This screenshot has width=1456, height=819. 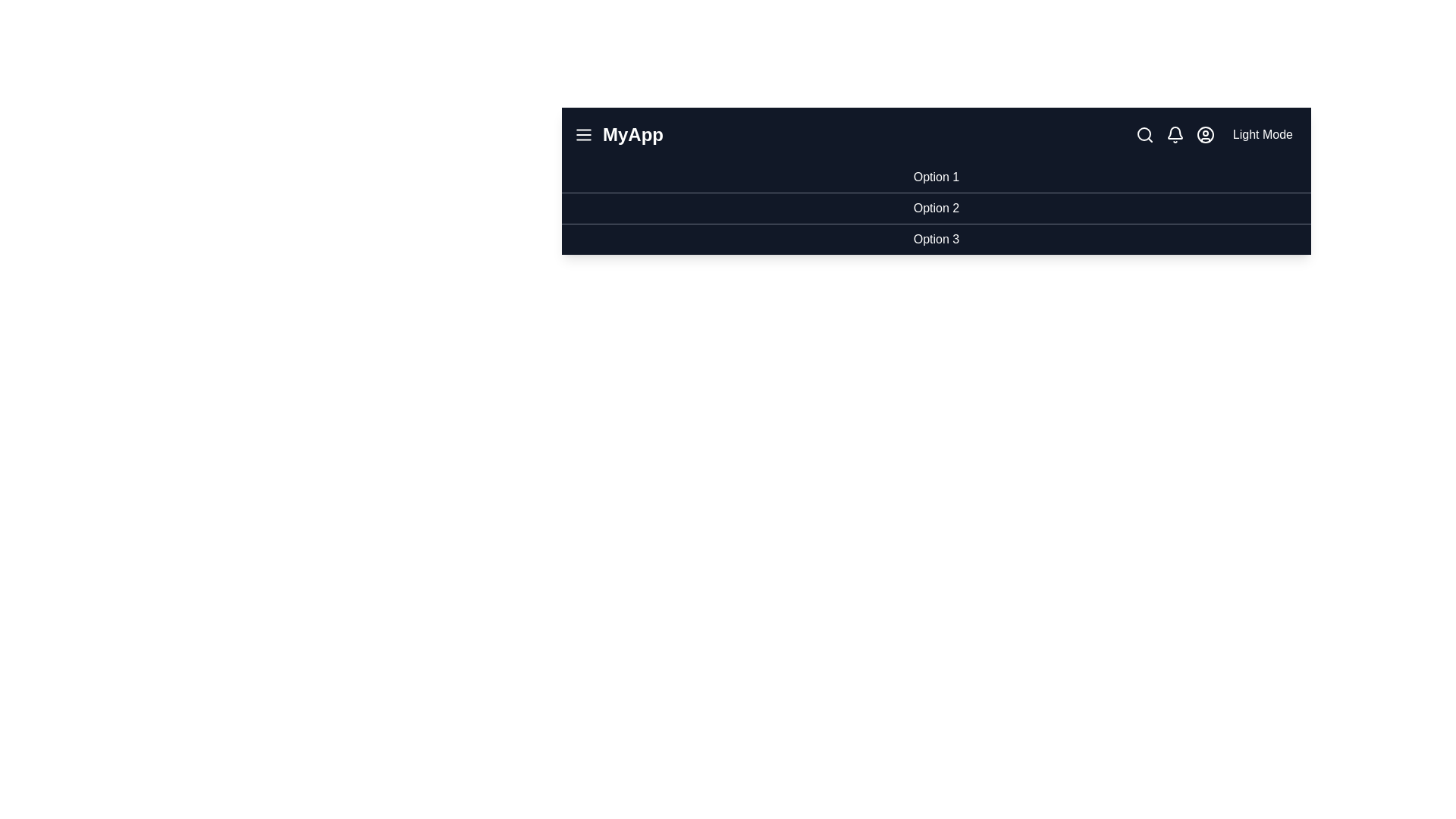 I want to click on the menu icon to toggle the menu visibility, so click(x=582, y=133).